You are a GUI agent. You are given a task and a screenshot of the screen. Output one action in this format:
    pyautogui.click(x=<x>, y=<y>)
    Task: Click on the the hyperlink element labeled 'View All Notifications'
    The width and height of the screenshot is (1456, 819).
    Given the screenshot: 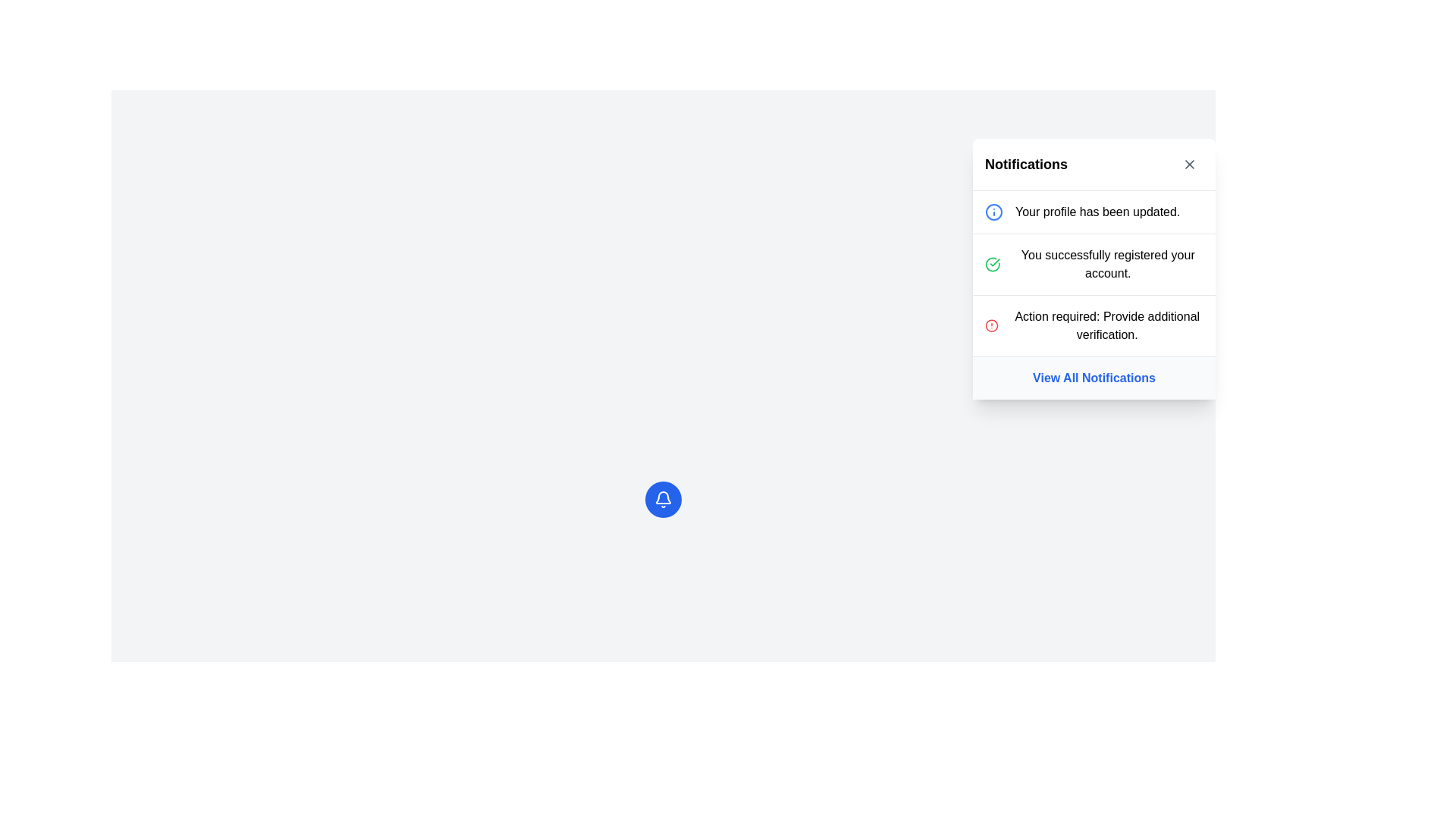 What is the action you would take?
    pyautogui.click(x=1094, y=377)
    